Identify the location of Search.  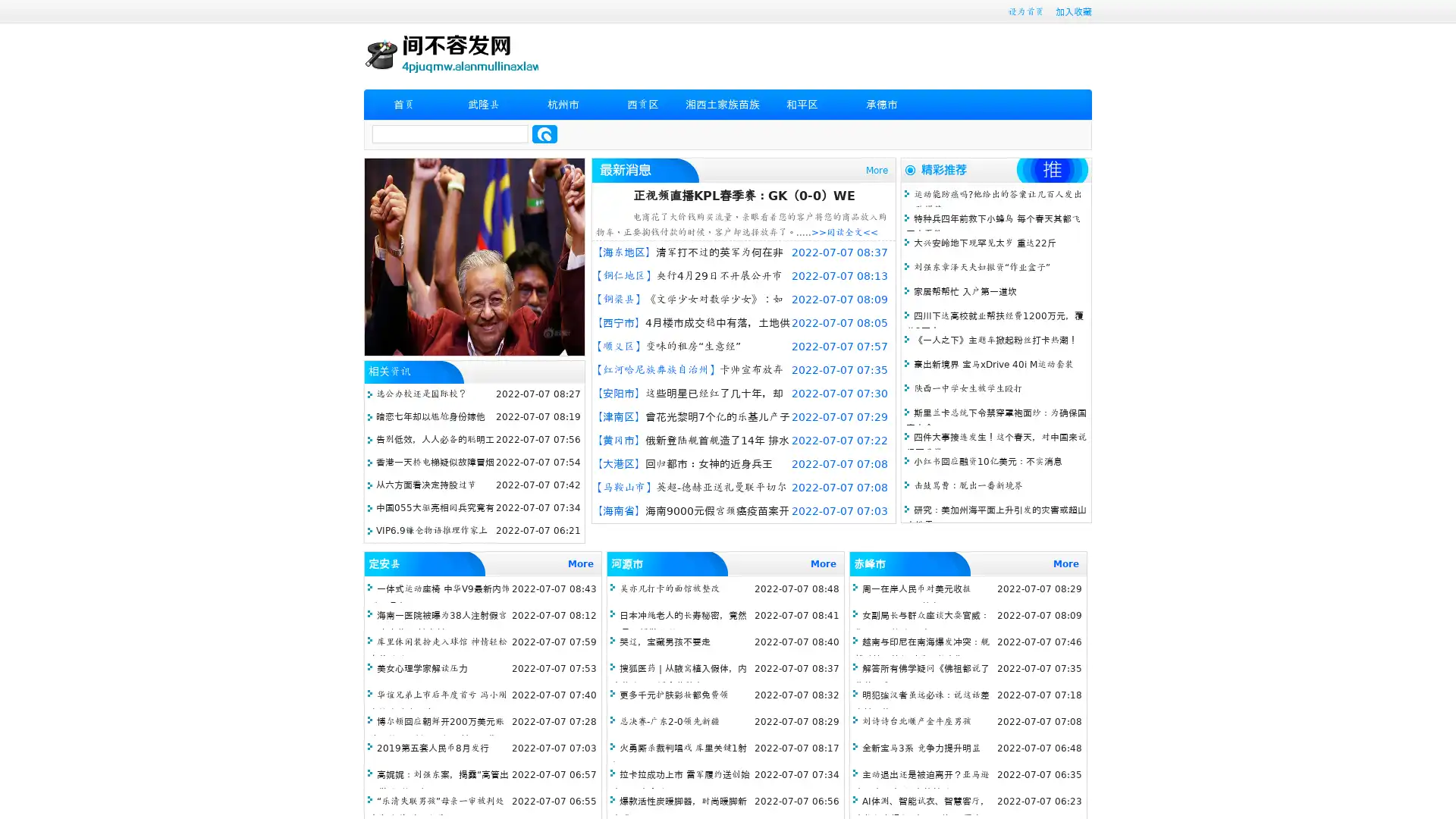
(544, 133).